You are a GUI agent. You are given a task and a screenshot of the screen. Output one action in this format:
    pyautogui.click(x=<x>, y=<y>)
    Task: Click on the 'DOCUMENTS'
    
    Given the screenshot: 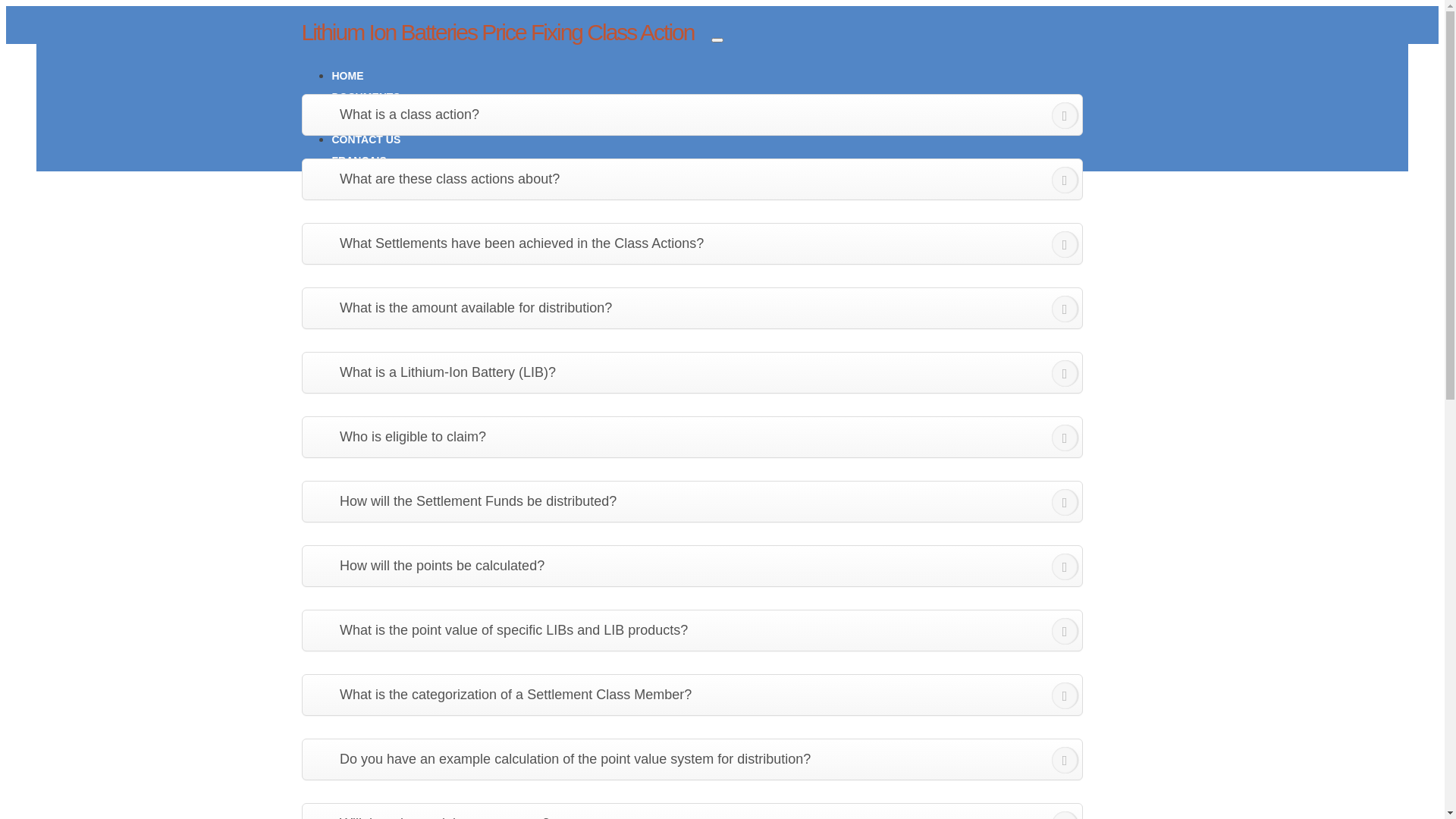 What is the action you would take?
    pyautogui.click(x=366, y=96)
    